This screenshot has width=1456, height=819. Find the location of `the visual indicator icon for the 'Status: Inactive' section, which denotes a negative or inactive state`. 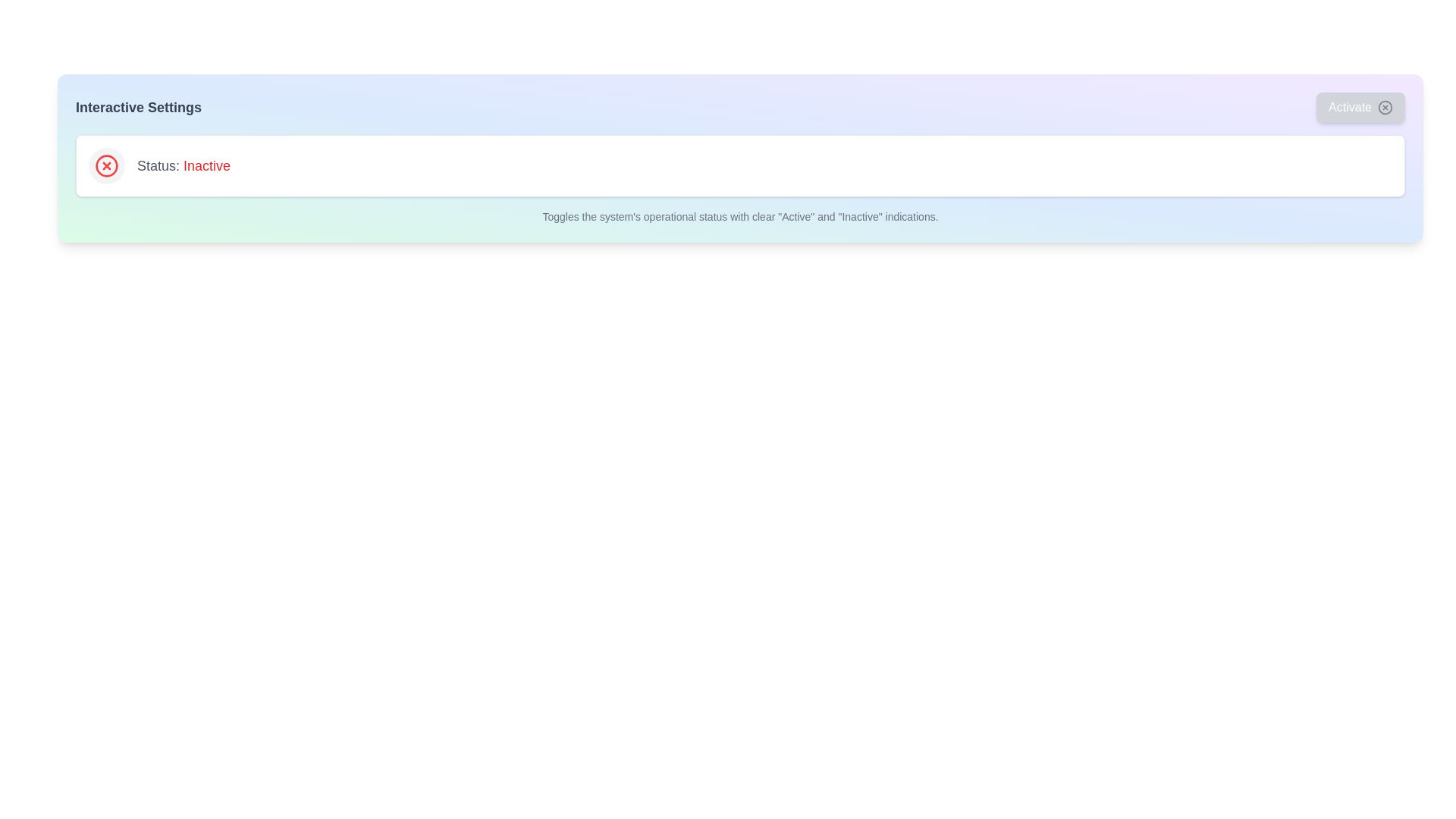

the visual indicator icon for the 'Status: Inactive' section, which denotes a negative or inactive state is located at coordinates (105, 166).